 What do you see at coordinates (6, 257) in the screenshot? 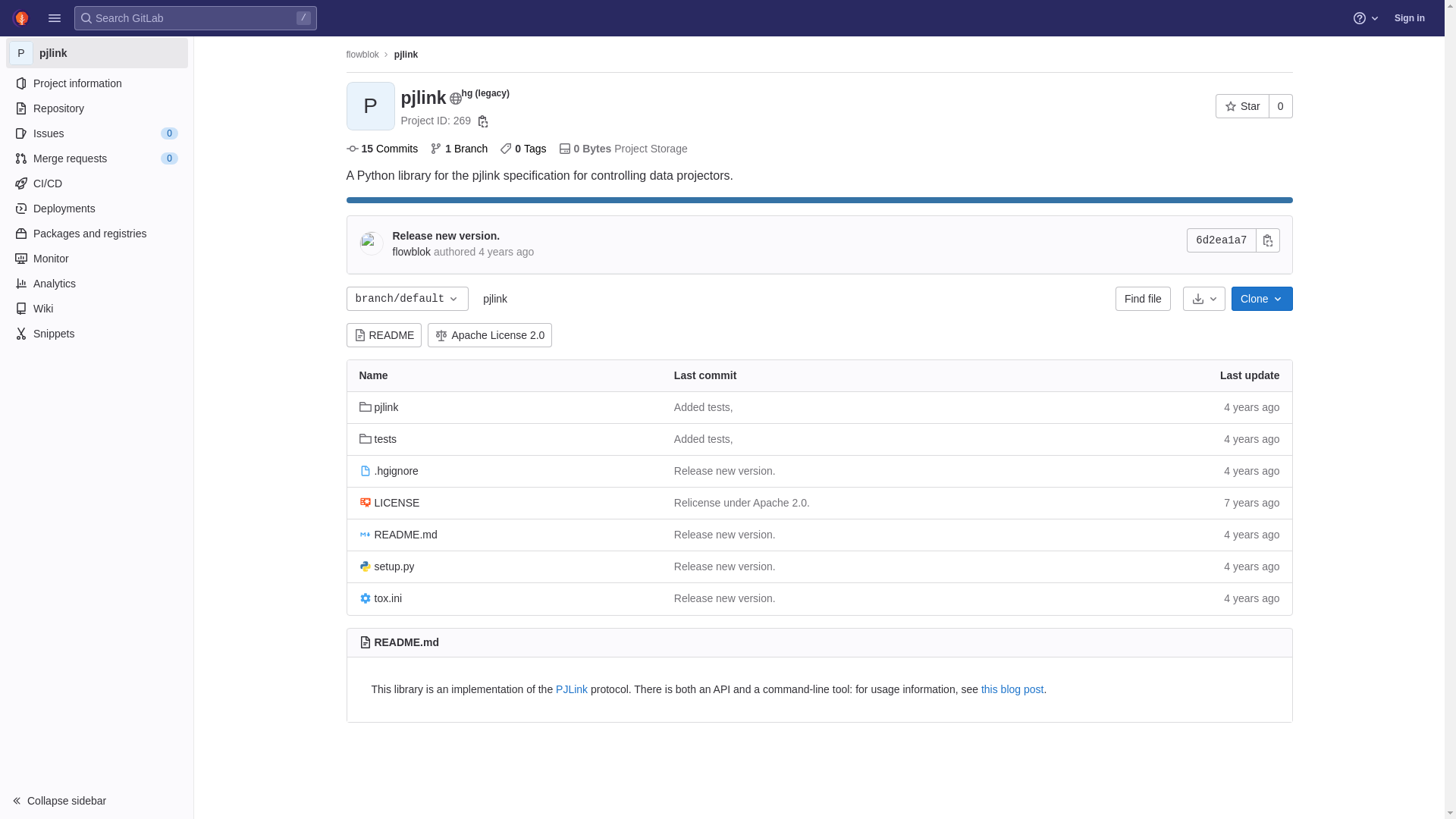
I see `'Monitor'` at bounding box center [6, 257].